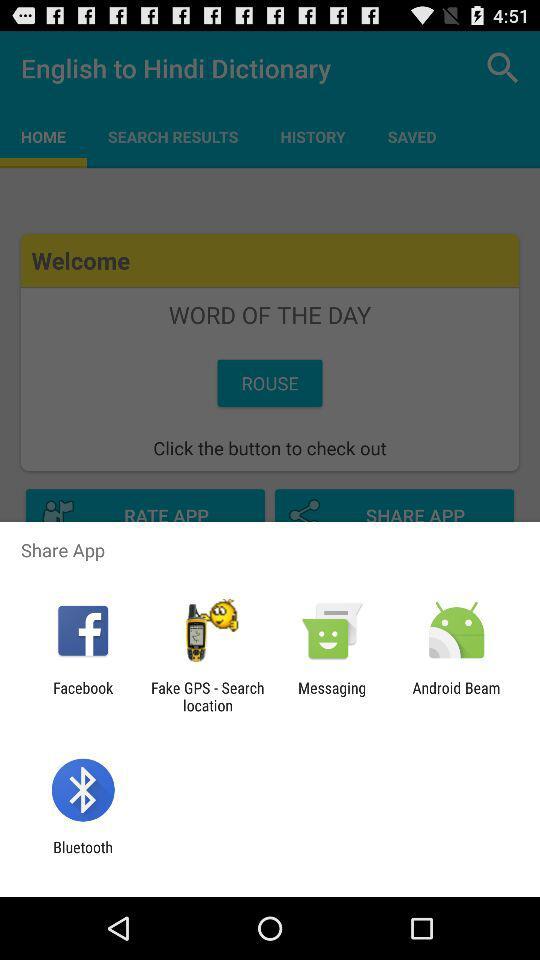  Describe the element at coordinates (82, 696) in the screenshot. I see `item to the left of the fake gps search app` at that location.